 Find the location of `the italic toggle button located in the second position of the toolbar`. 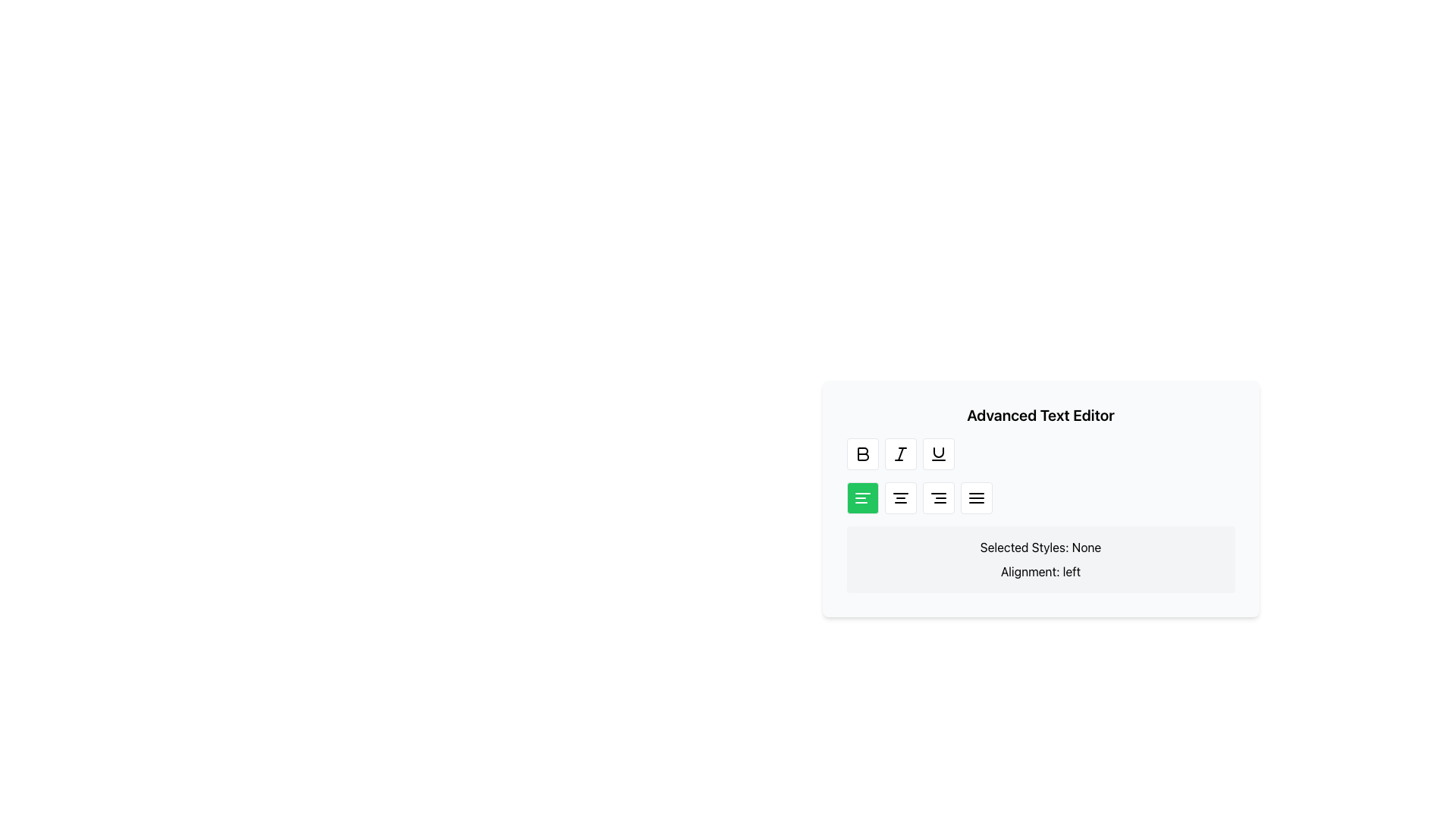

the italic toggle button located in the second position of the toolbar is located at coordinates (900, 453).